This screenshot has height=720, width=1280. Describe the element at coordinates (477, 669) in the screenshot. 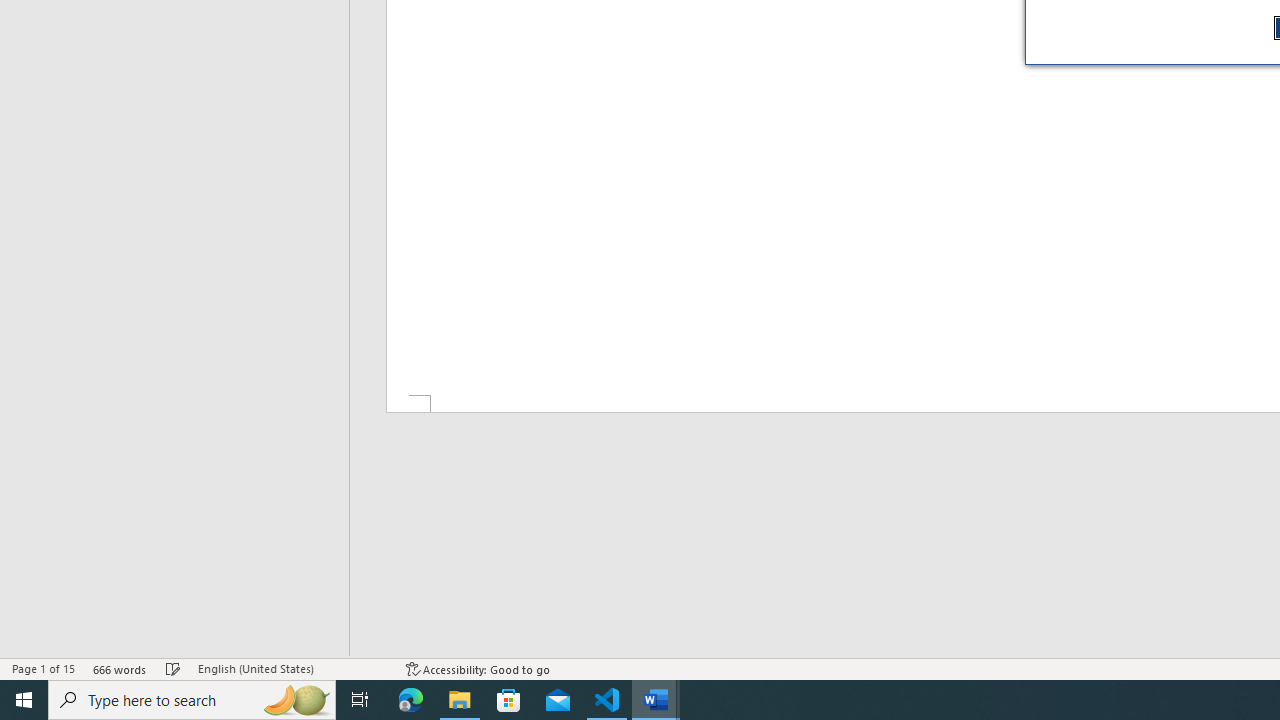

I see `'Accessibility Checker Accessibility: Good to go'` at that location.